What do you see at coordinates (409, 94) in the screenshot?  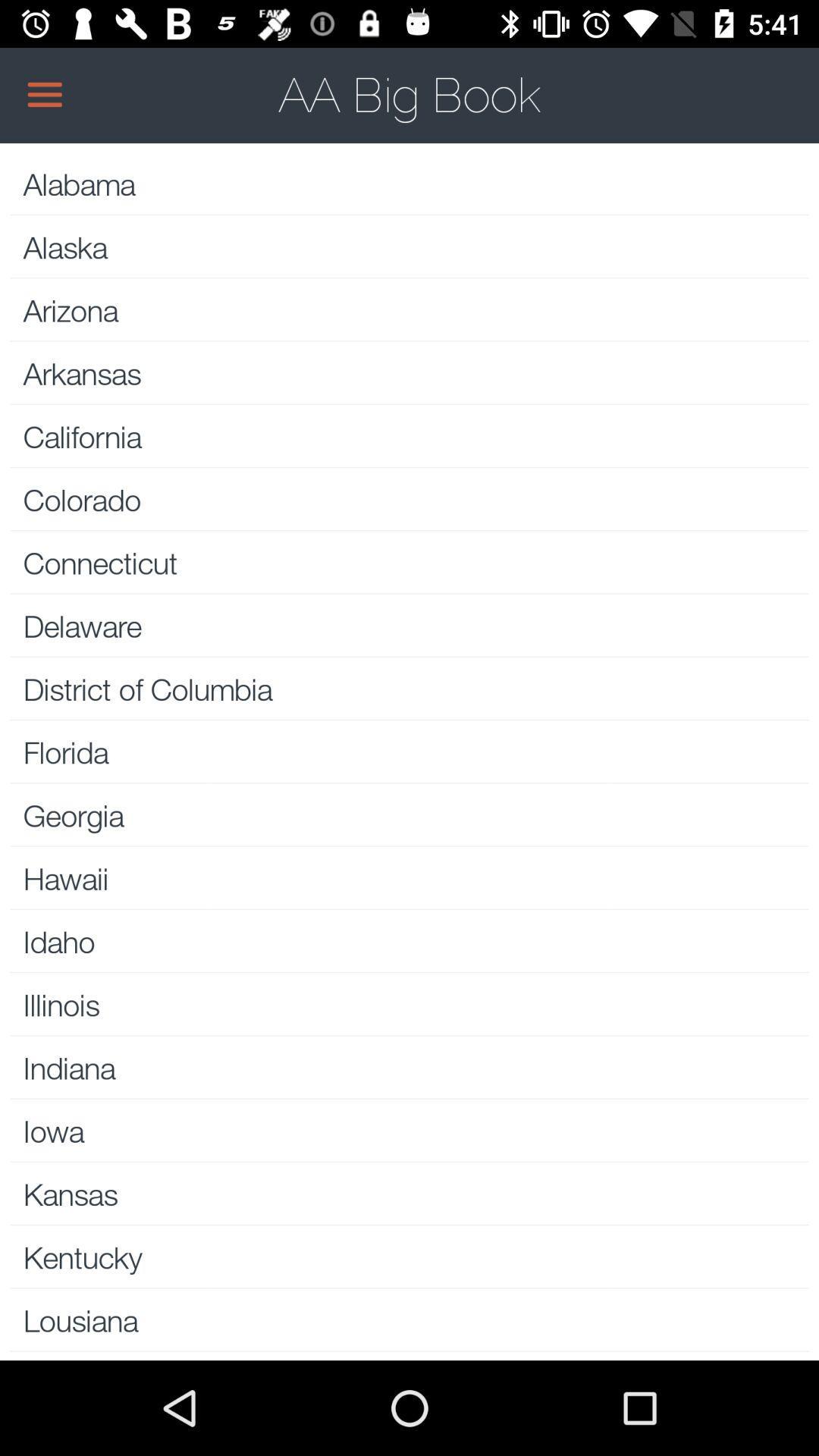 I see `display options menu` at bounding box center [409, 94].